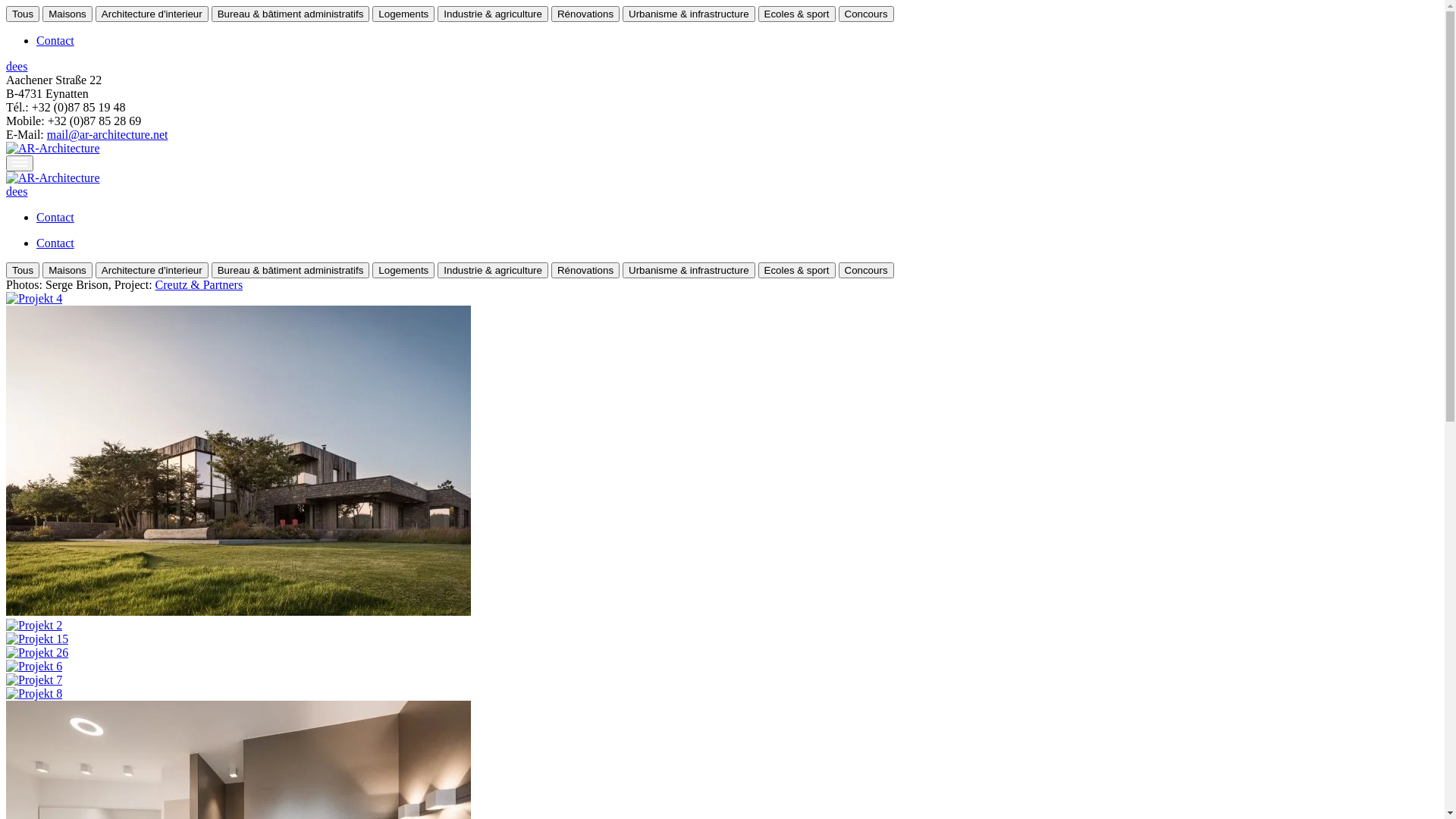 Image resolution: width=1456 pixels, height=819 pixels. I want to click on 'Architecture d'interieur', so click(94, 14).